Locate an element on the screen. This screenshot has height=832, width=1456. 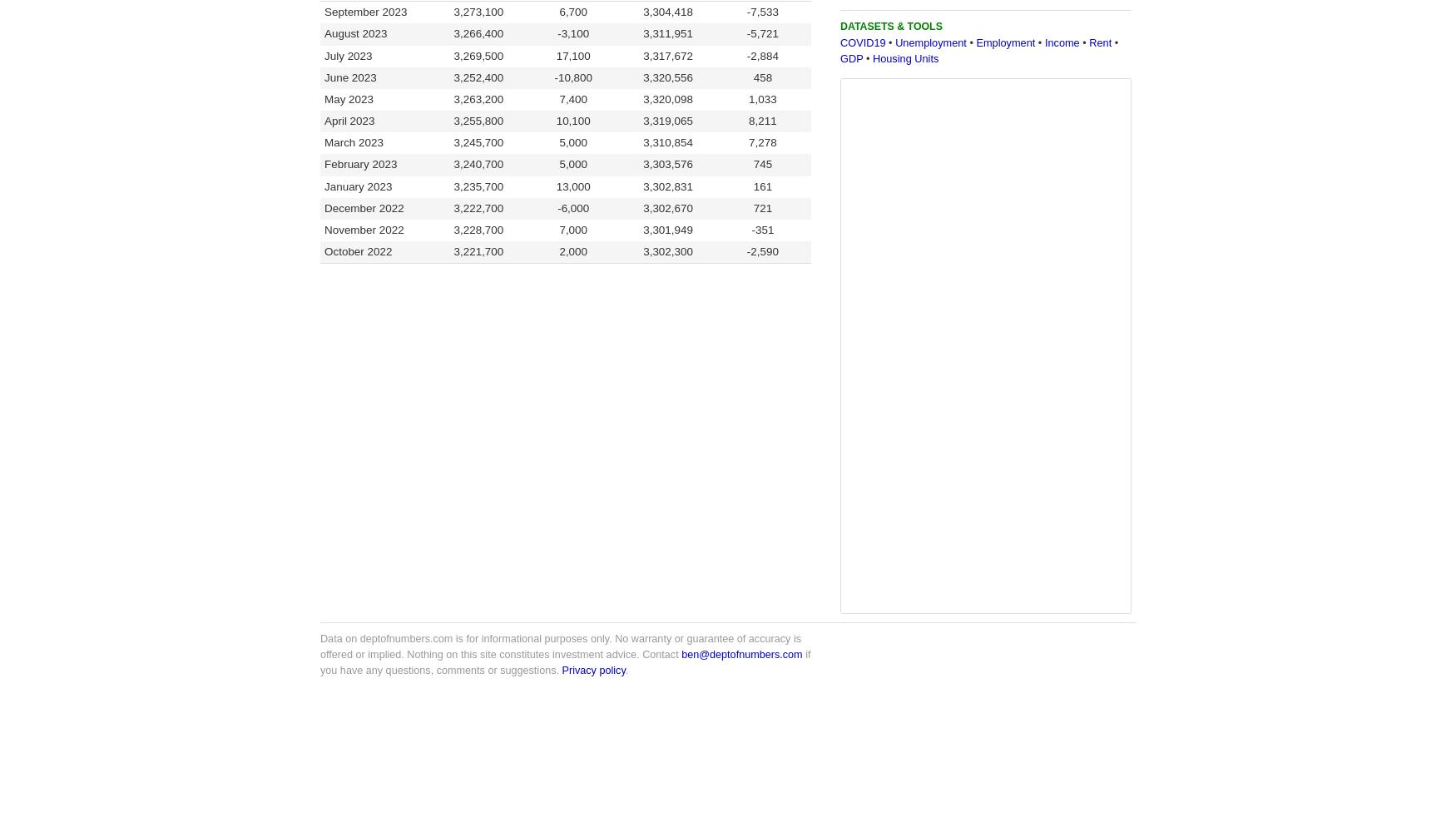
'3,240,700' is located at coordinates (478, 163).